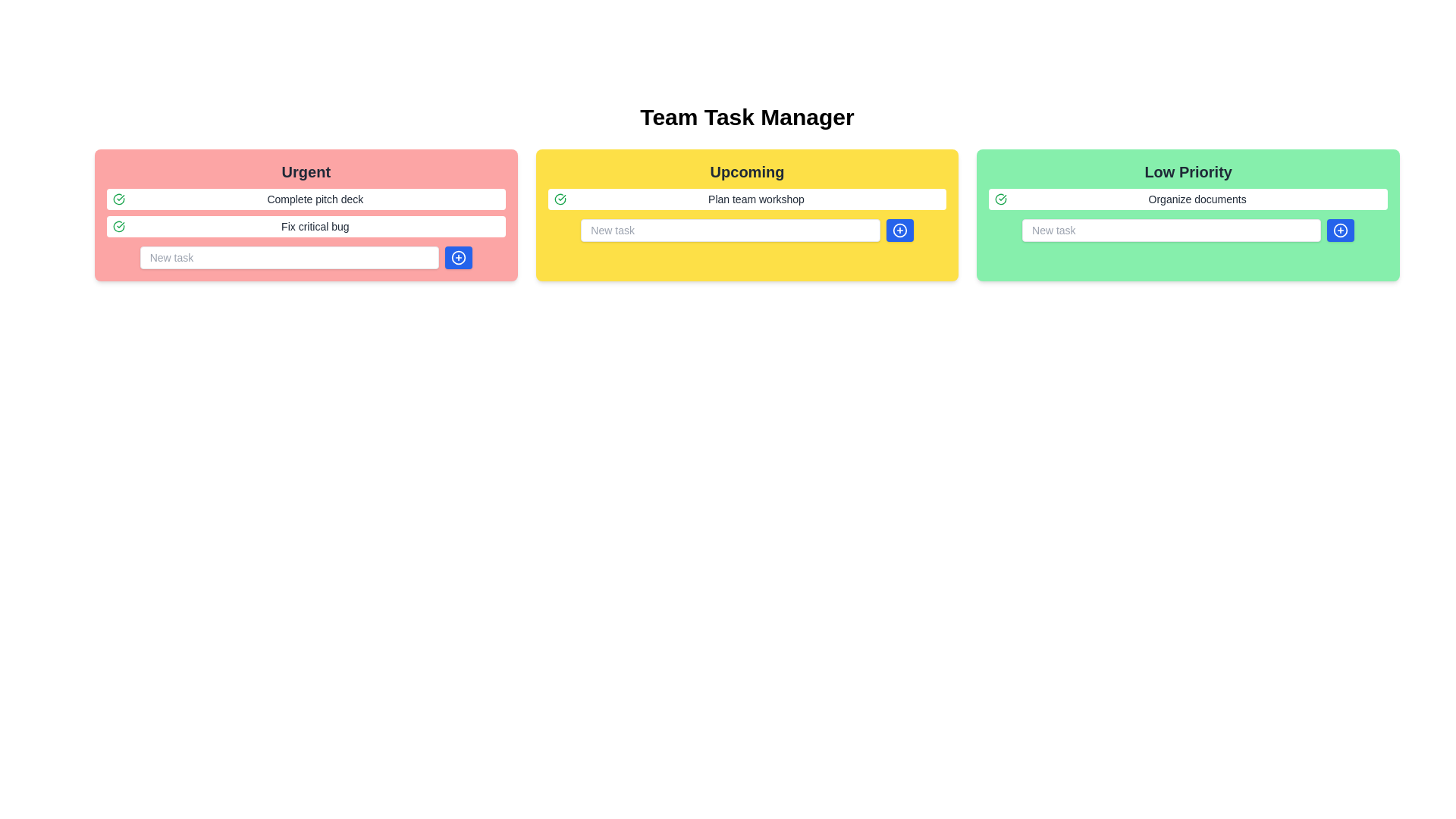 This screenshot has height=819, width=1456. I want to click on the status indicator icon that indicates the completion of the 'Plan team workshop' task located to the left of the corresponding text in the 'Upcoming' column, so click(559, 198).